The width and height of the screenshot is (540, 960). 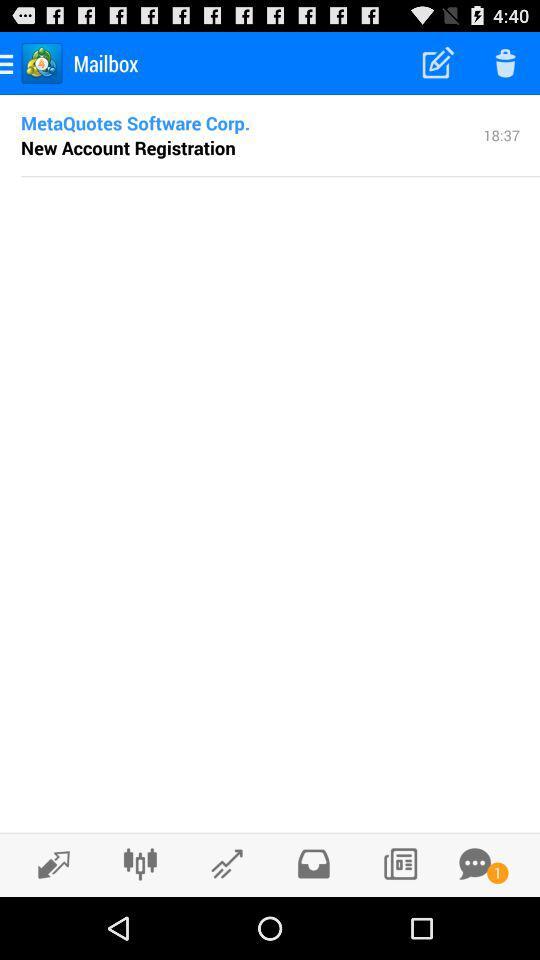 I want to click on item below metaquotes software corp. icon, so click(x=128, y=146).